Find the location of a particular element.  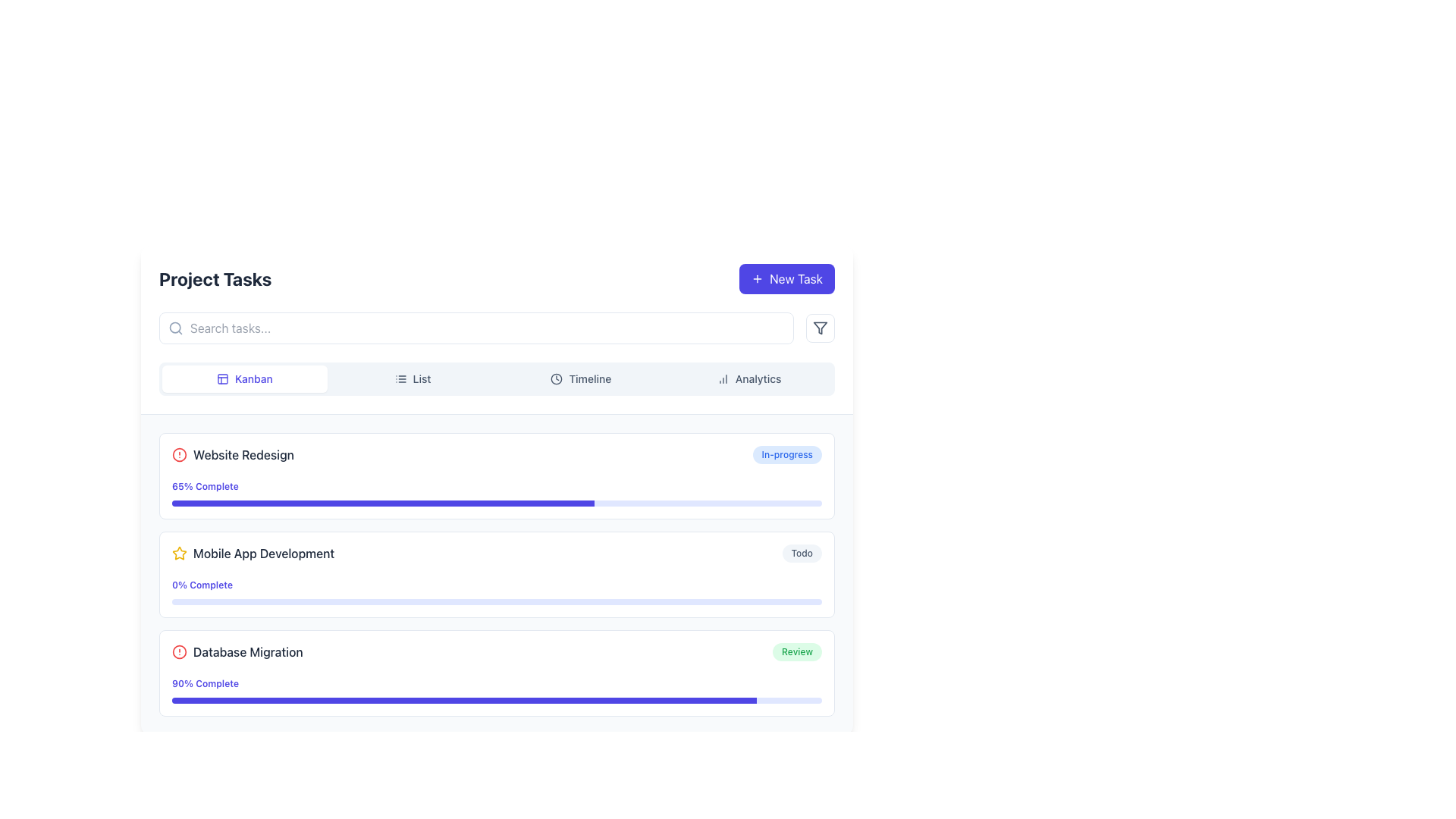

the progress bar in the 'Mobile App Development' section, which has a light indigo background and indicates current progress at 0% is located at coordinates (497, 601).